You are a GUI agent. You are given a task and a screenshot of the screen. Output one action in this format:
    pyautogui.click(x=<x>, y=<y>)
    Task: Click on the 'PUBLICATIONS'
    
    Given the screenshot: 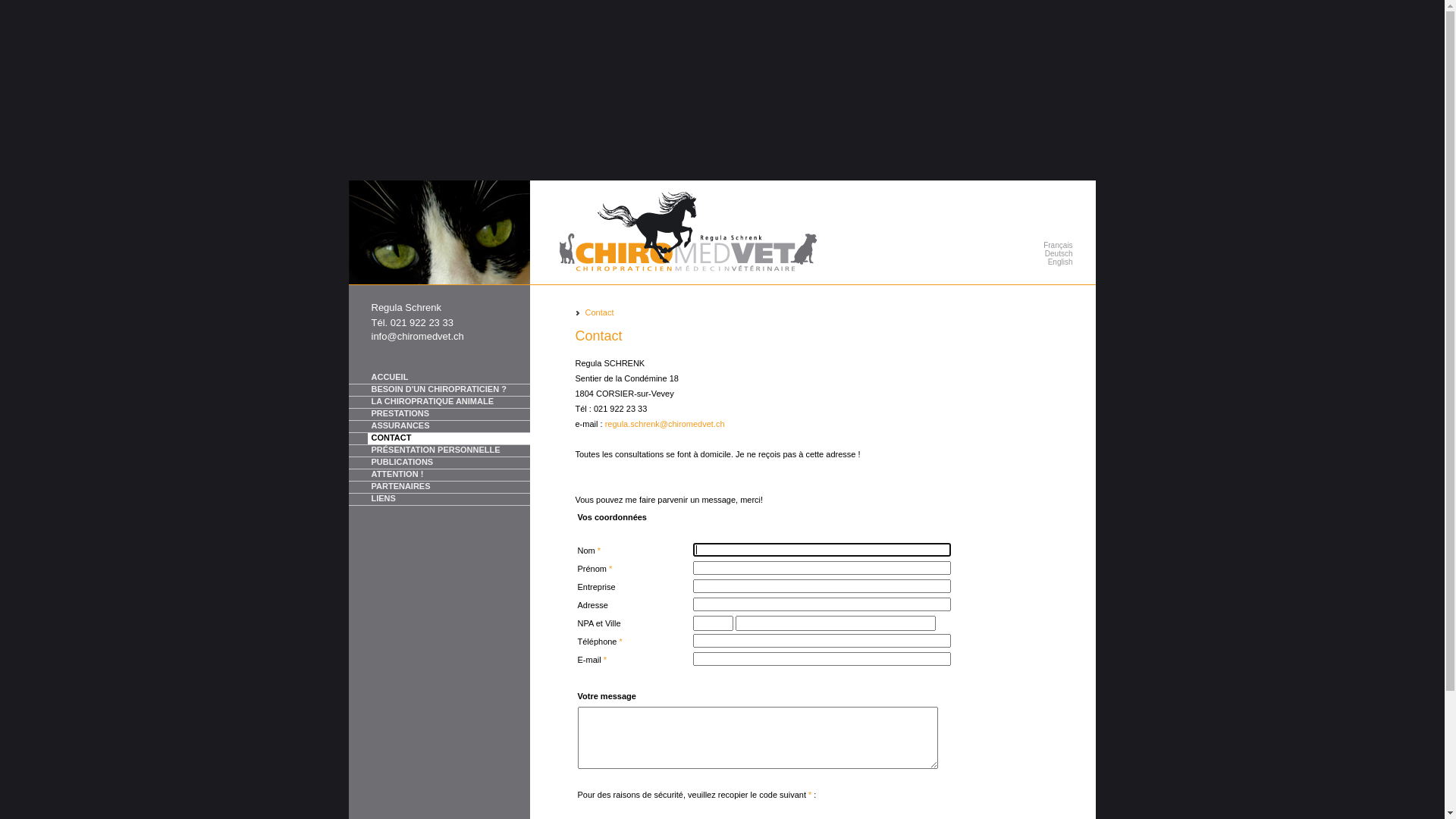 What is the action you would take?
    pyautogui.click(x=447, y=462)
    